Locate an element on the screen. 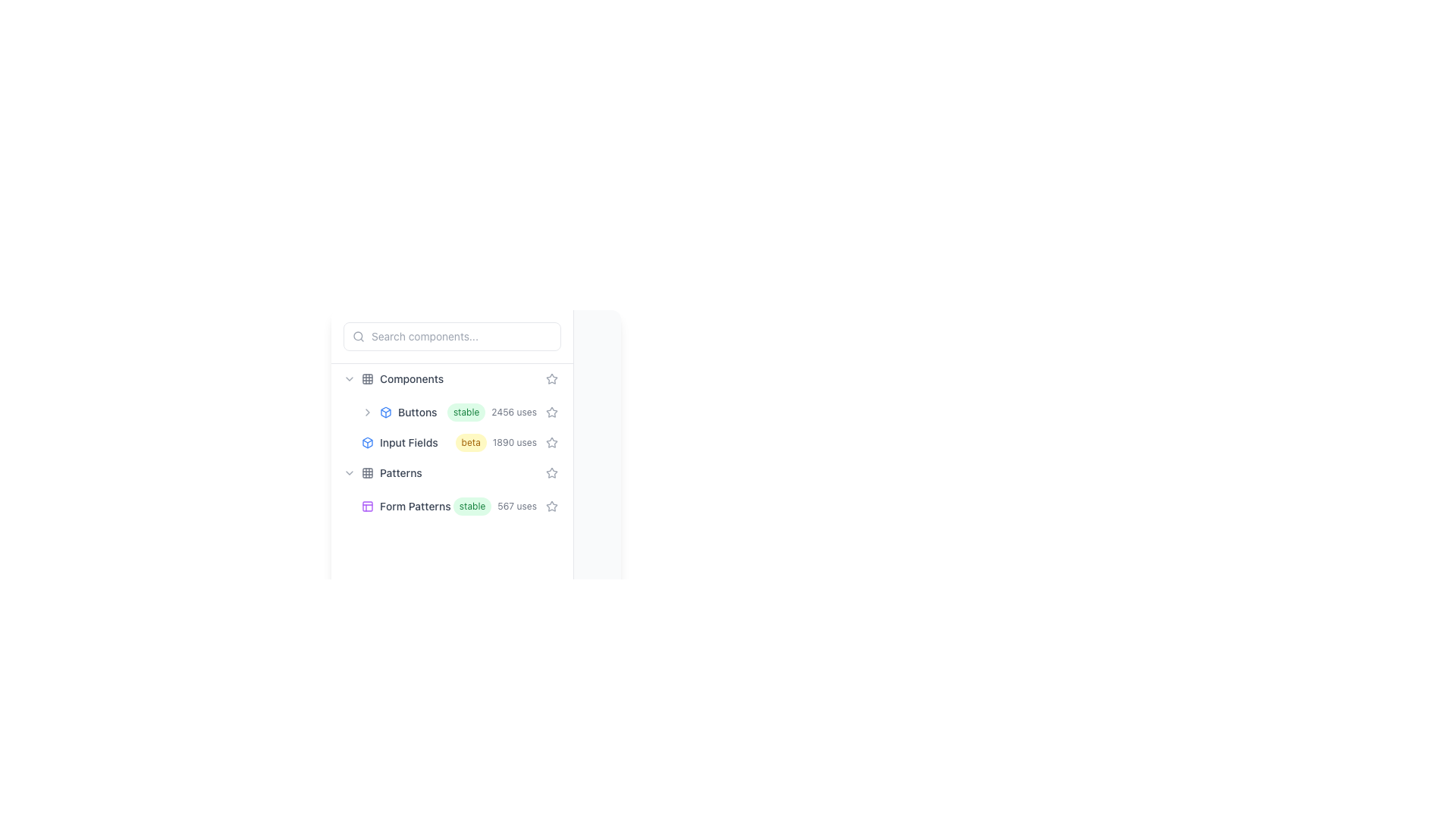  the star-shaped icon next to the 'Input Fields' label is located at coordinates (551, 442).